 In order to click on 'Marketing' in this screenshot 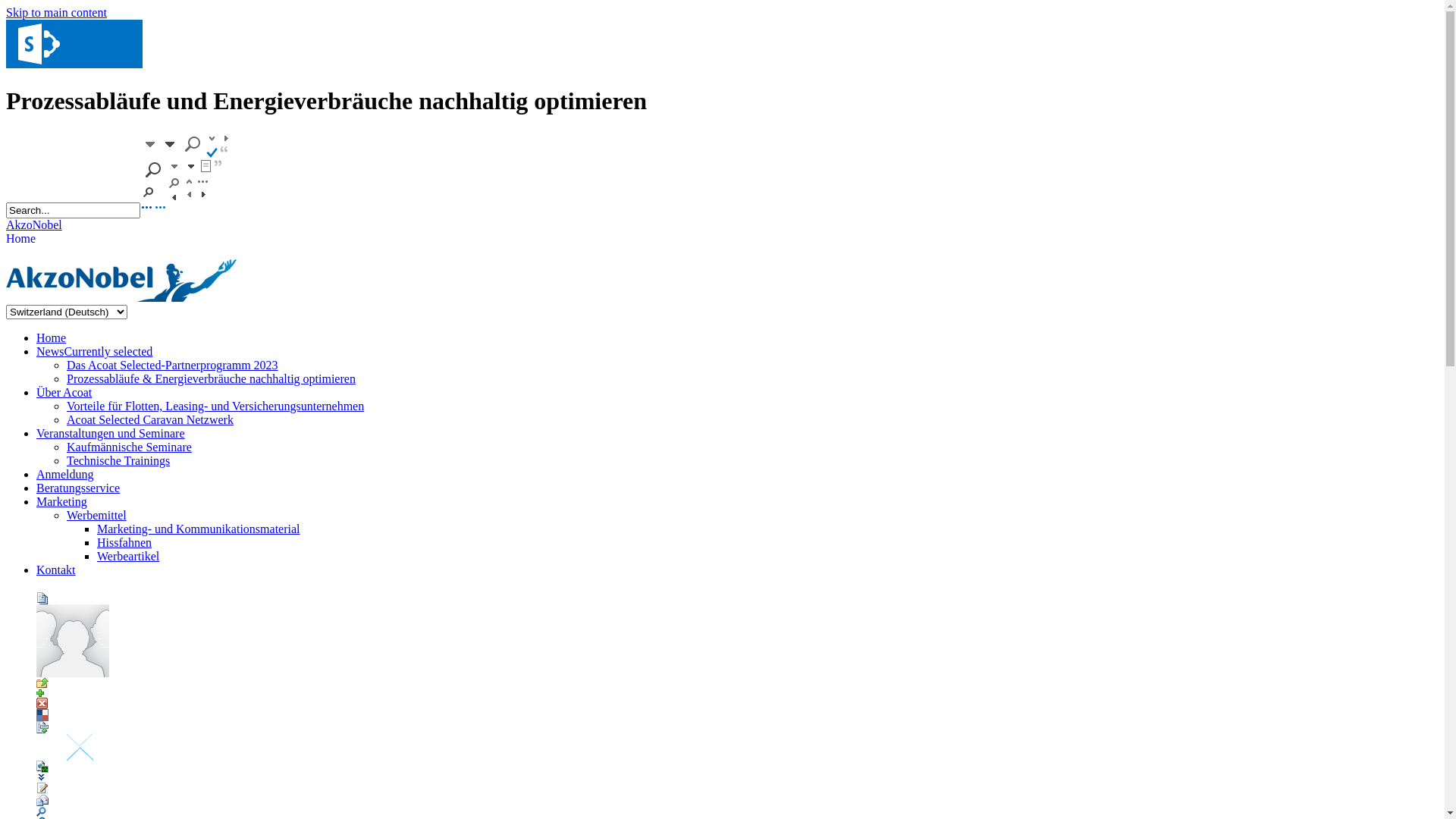, I will do `click(61, 501)`.